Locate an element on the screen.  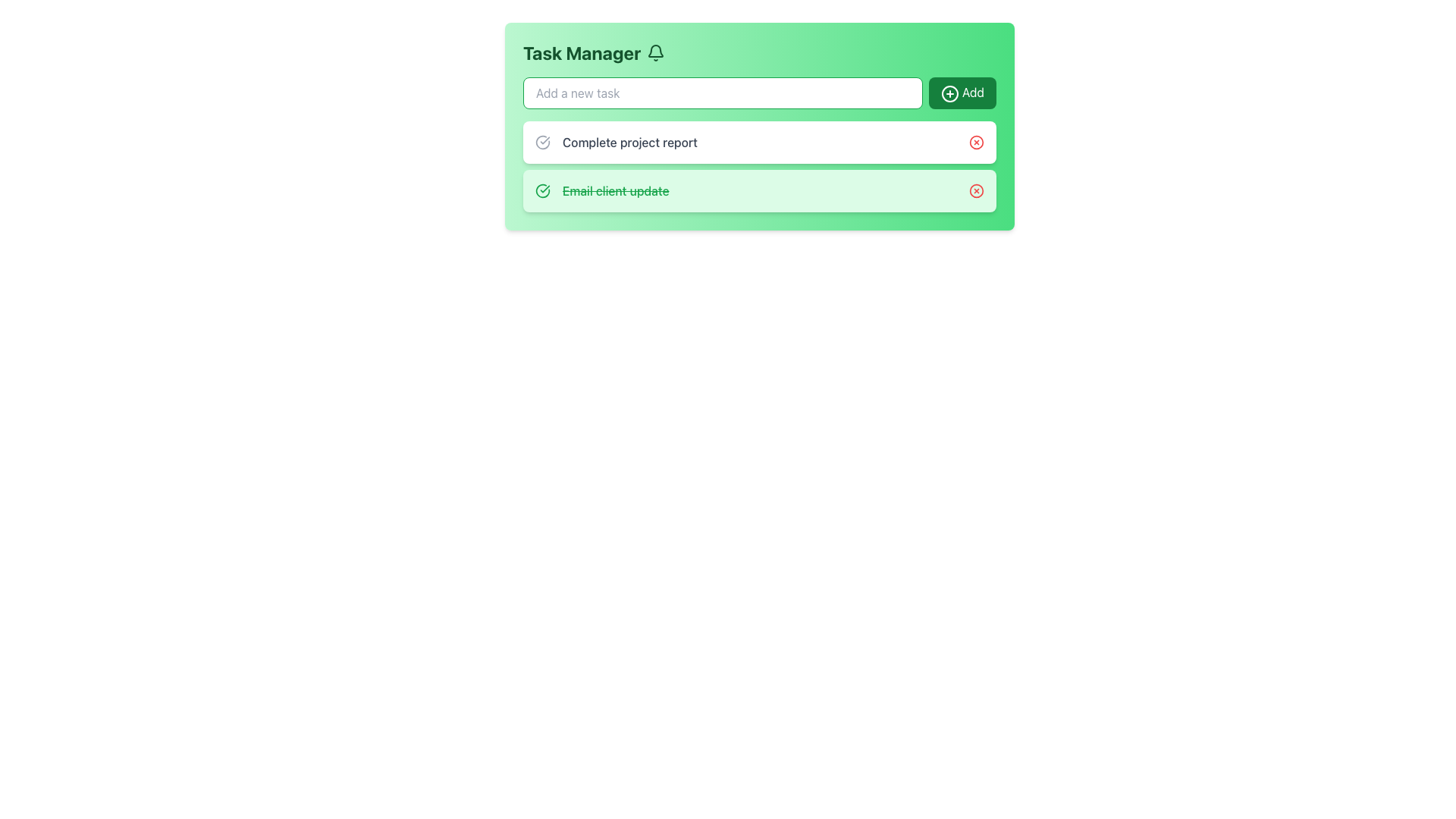
the task item labeled 'Complete project report' is located at coordinates (760, 143).